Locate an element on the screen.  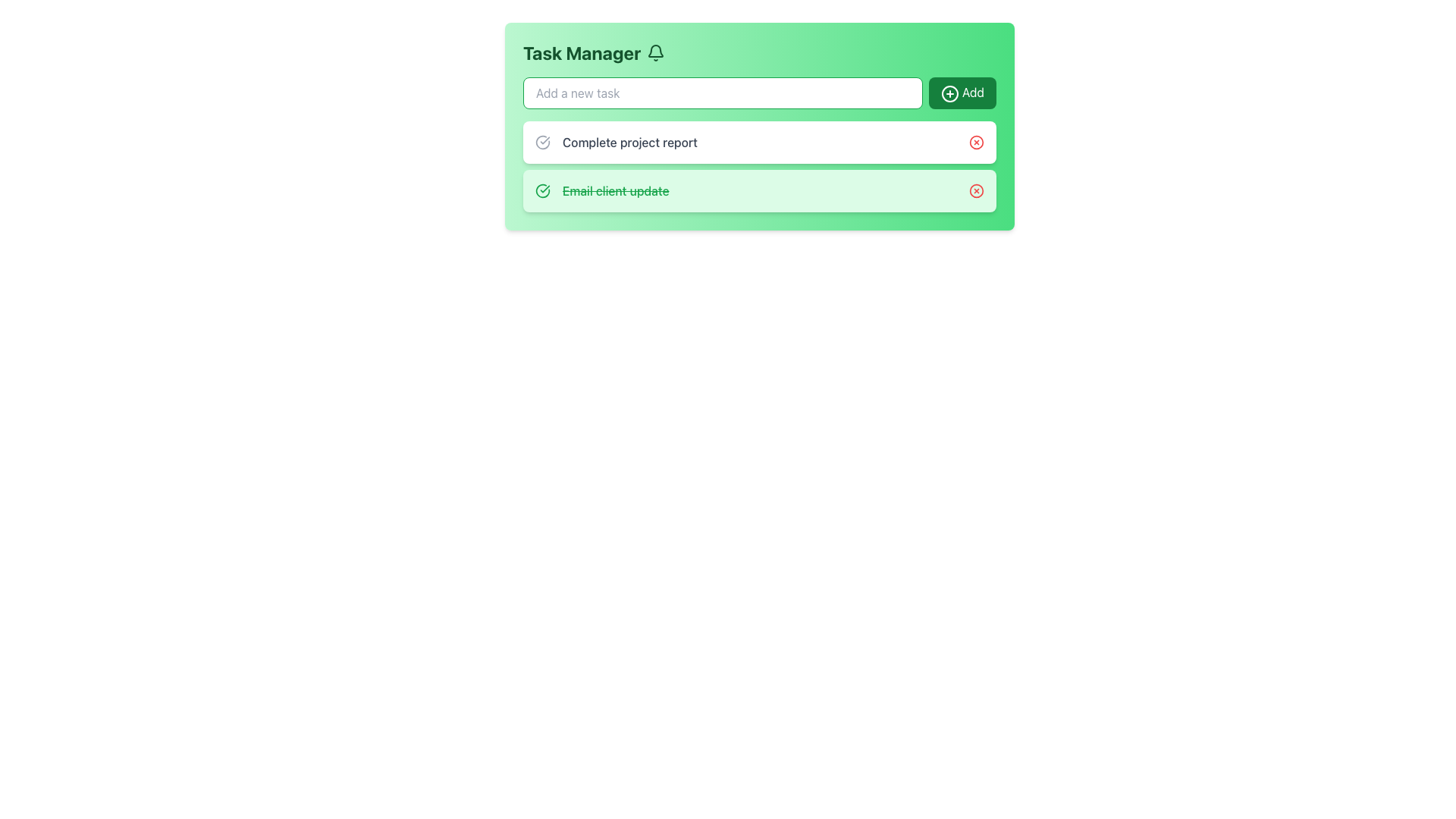
the task item labeled 'Complete project report' is located at coordinates (760, 143).